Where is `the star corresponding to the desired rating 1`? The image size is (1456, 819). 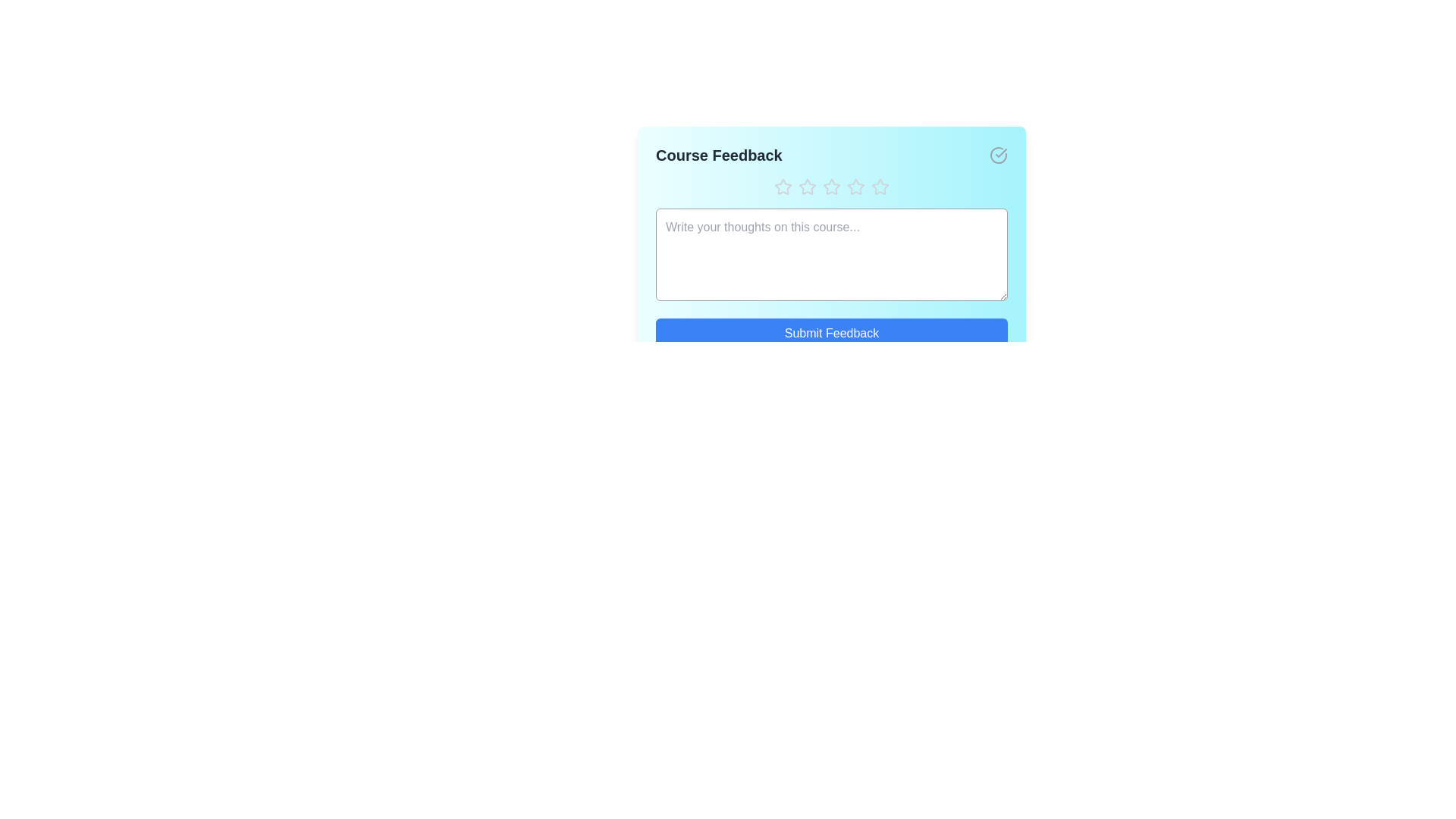 the star corresponding to the desired rating 1 is located at coordinates (783, 186).